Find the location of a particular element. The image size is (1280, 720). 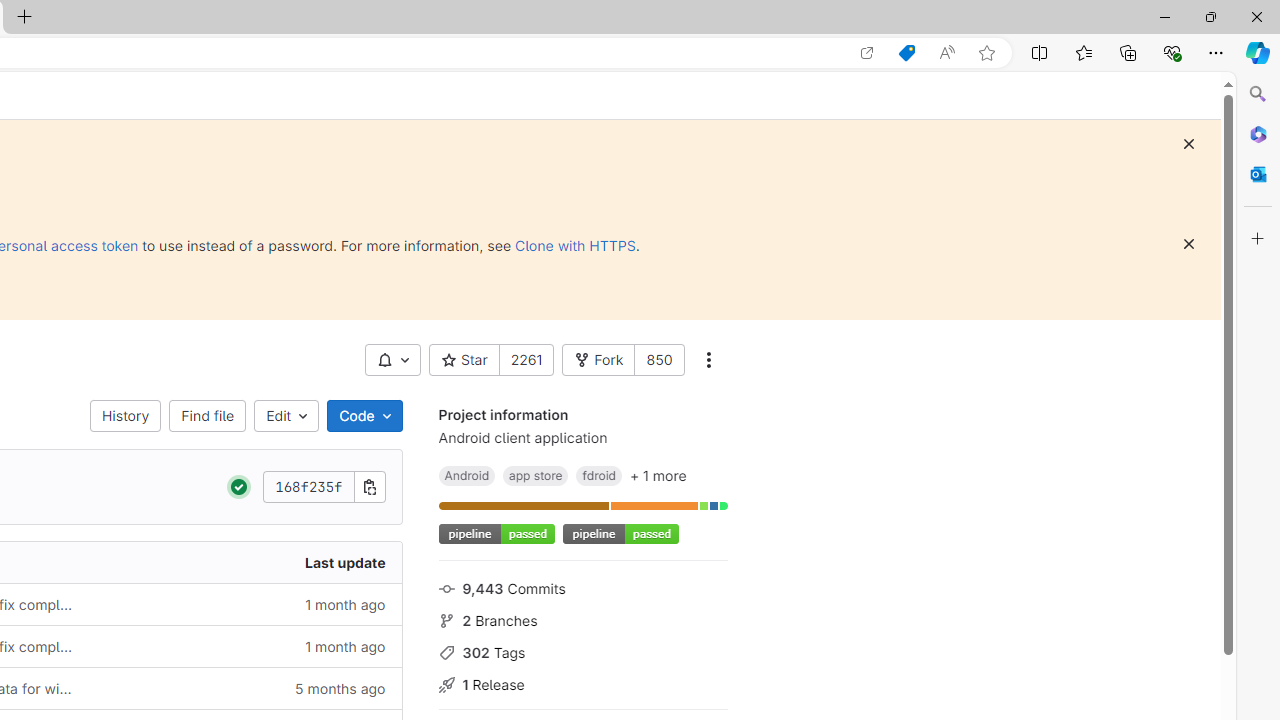

'Clone with HTTPS' is located at coordinates (574, 244).